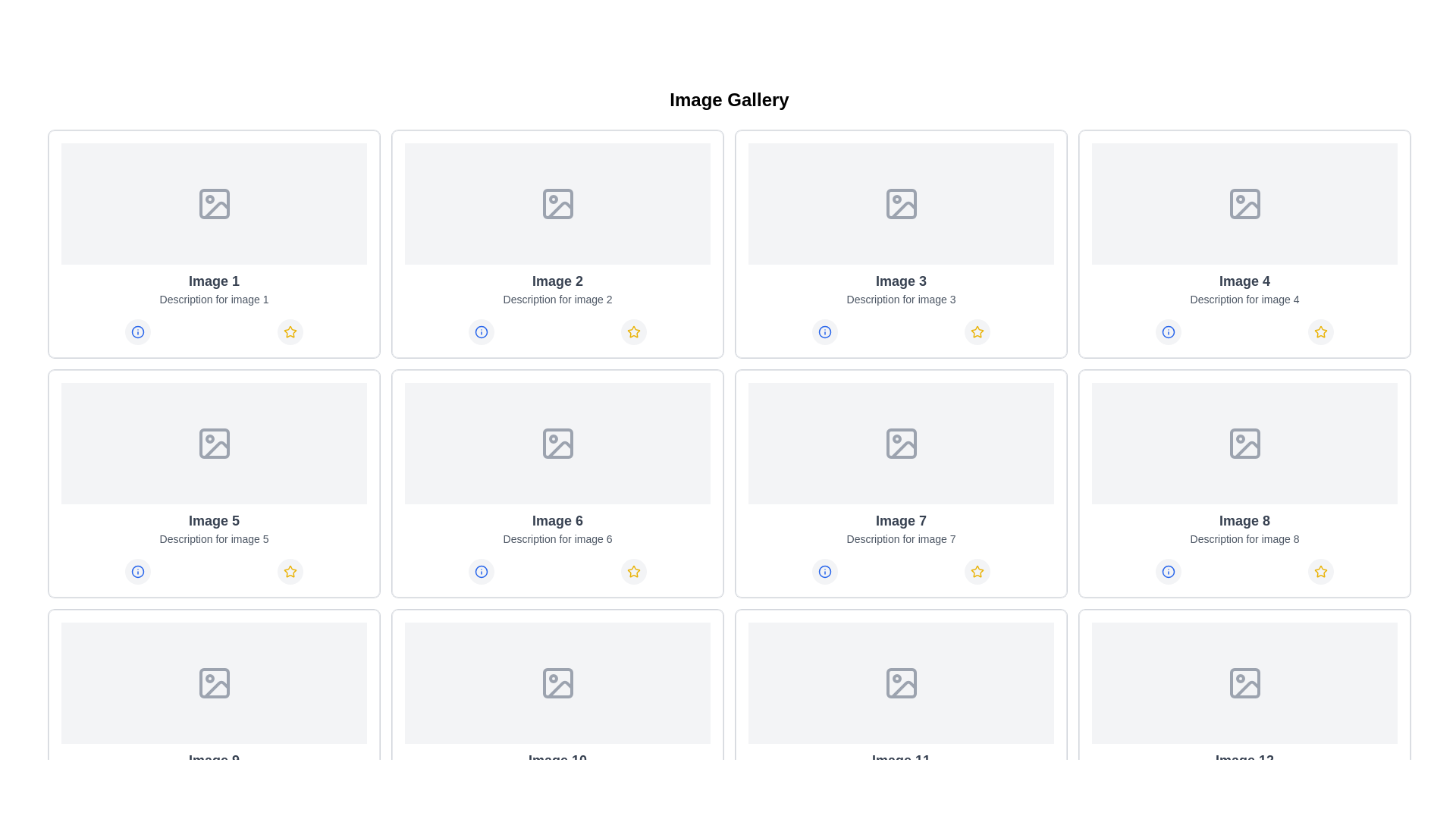 This screenshot has height=819, width=1456. I want to click on the SVG graphic icon located in the bottom left corner of the 'Image 5' card in the second row of the grid layout, adjacent to the Info icon, so click(137, 571).